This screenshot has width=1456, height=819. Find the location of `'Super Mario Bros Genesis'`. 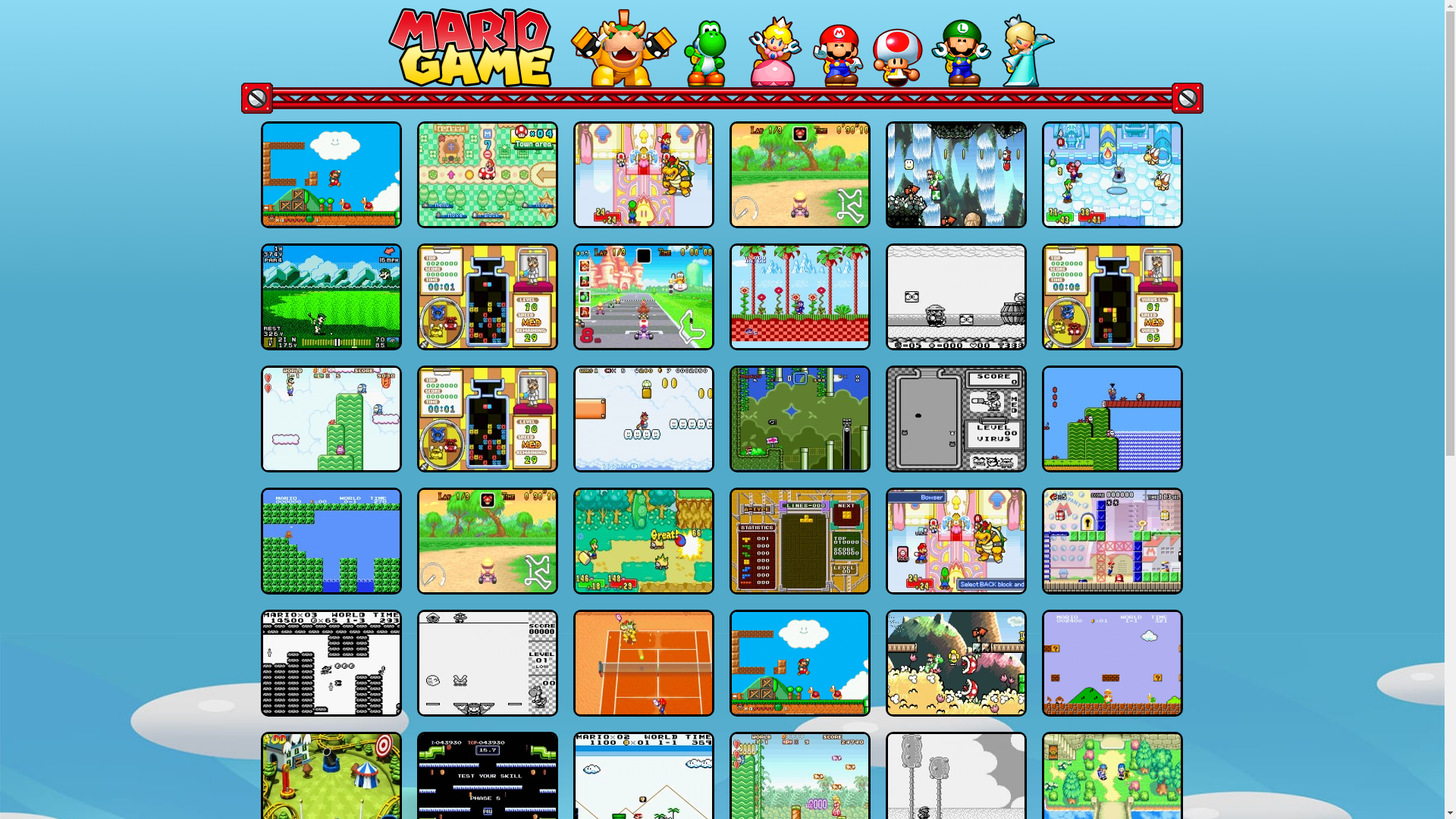

'Super Mario Bros Genesis' is located at coordinates (1112, 661).